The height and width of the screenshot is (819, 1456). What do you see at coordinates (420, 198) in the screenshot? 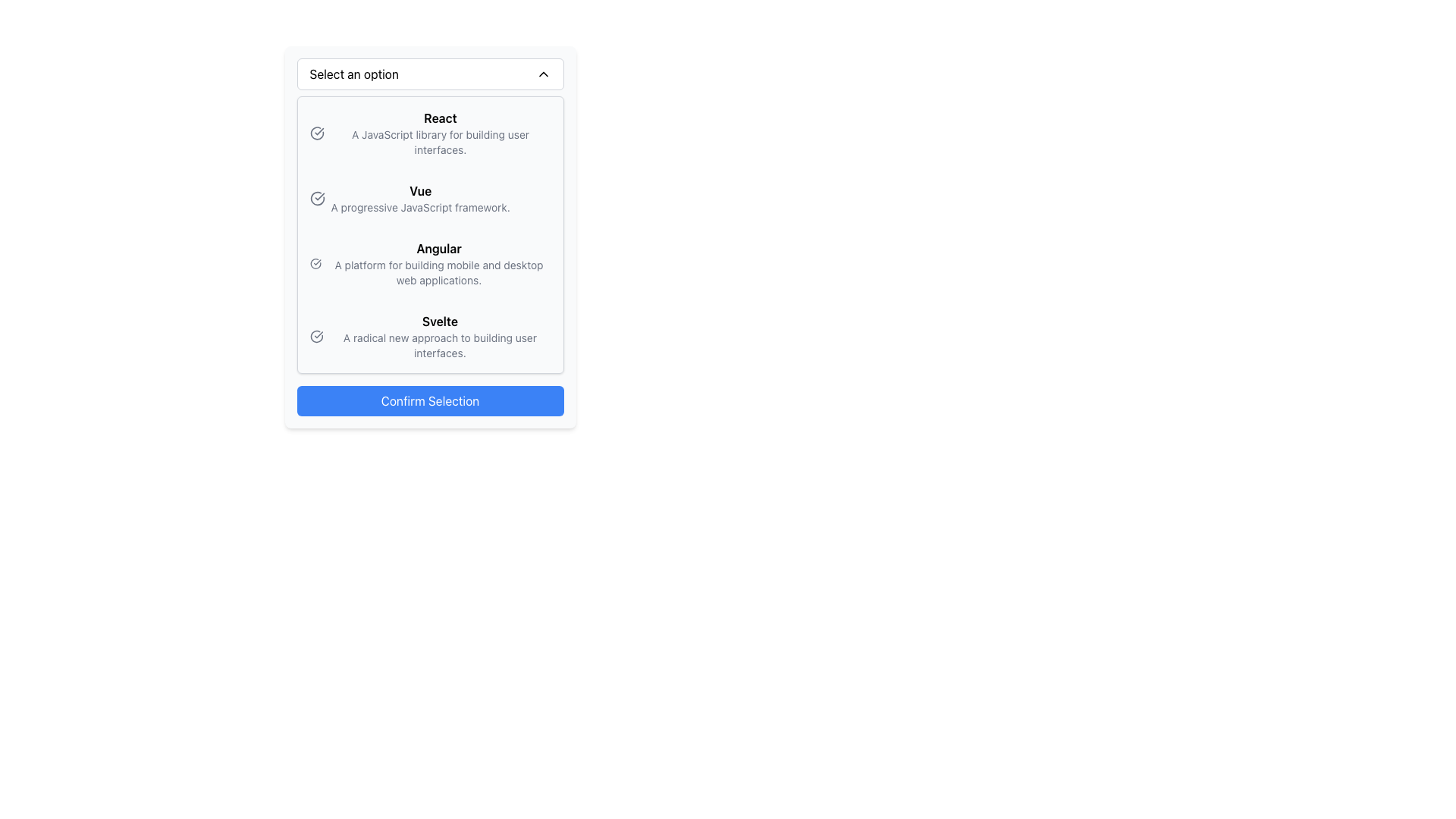
I see `the List item with the title 'Vue' and subtitle 'A progressive JavaScript framework.'` at bounding box center [420, 198].